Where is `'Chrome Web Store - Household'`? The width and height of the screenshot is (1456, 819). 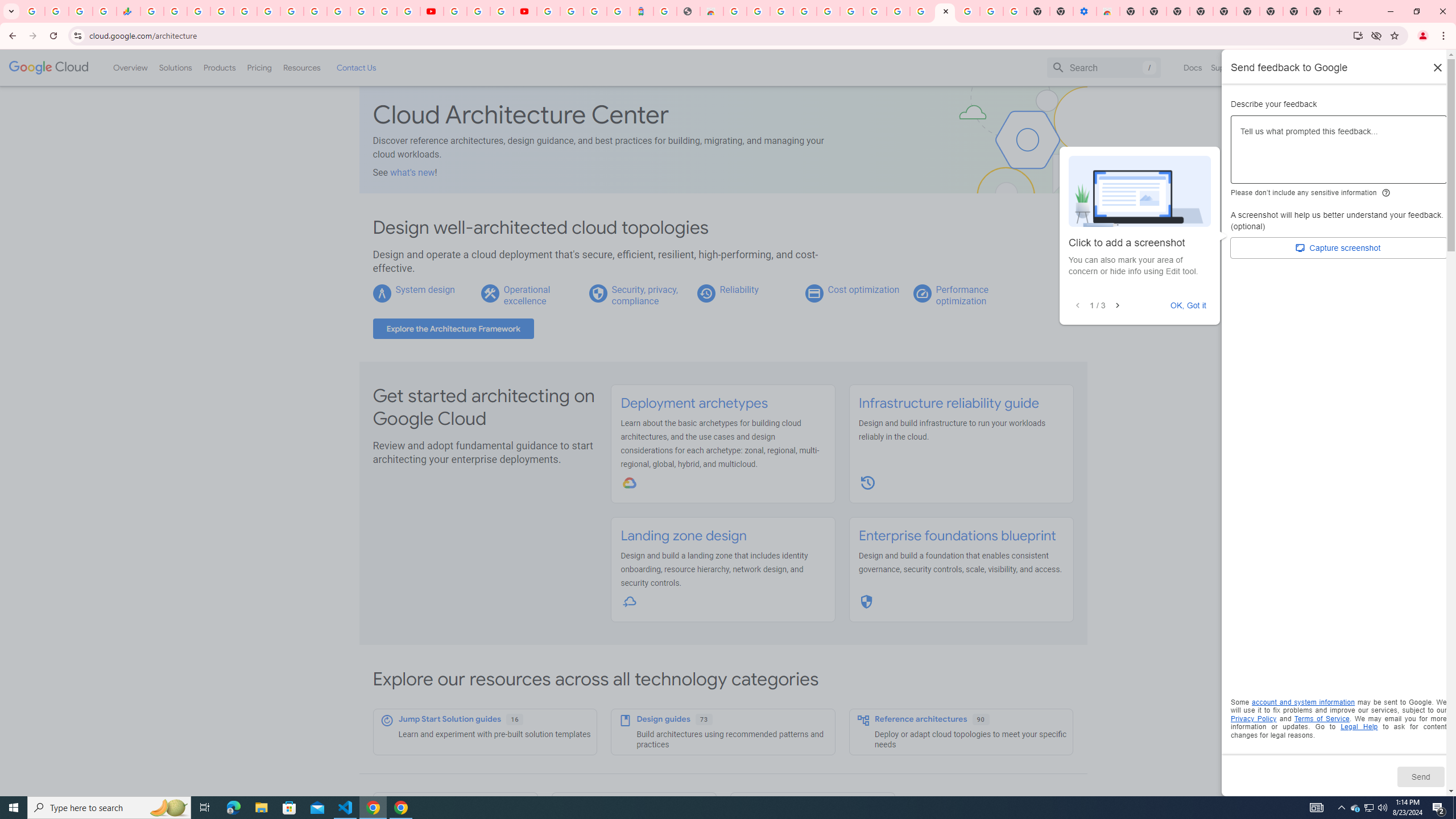
'Chrome Web Store - Household' is located at coordinates (711, 11).